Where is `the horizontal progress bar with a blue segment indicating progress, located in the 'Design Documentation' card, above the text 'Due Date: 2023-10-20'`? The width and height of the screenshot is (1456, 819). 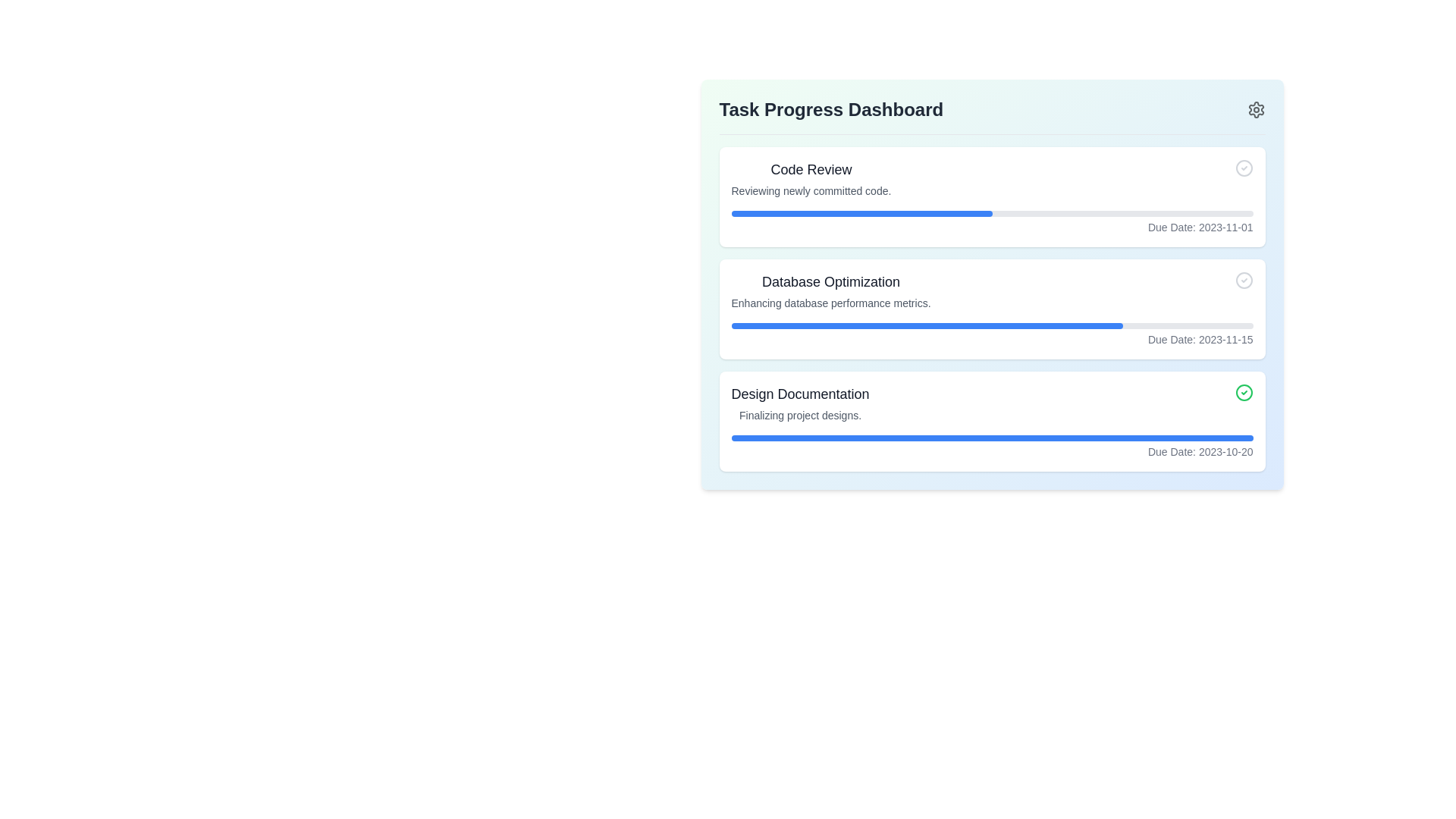 the horizontal progress bar with a blue segment indicating progress, located in the 'Design Documentation' card, above the text 'Due Date: 2023-10-20' is located at coordinates (992, 438).